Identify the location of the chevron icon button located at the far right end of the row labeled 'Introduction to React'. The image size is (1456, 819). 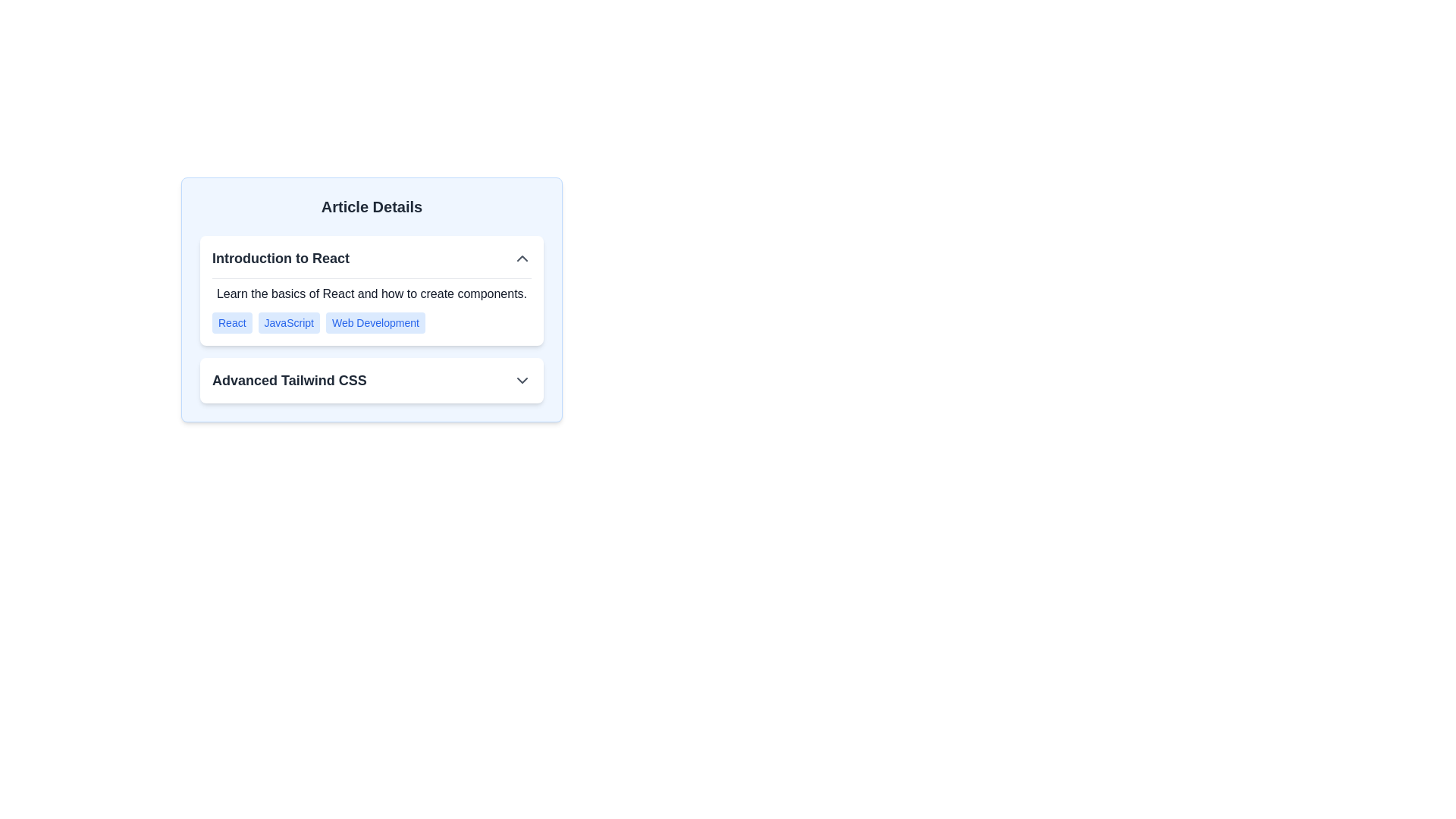
(522, 257).